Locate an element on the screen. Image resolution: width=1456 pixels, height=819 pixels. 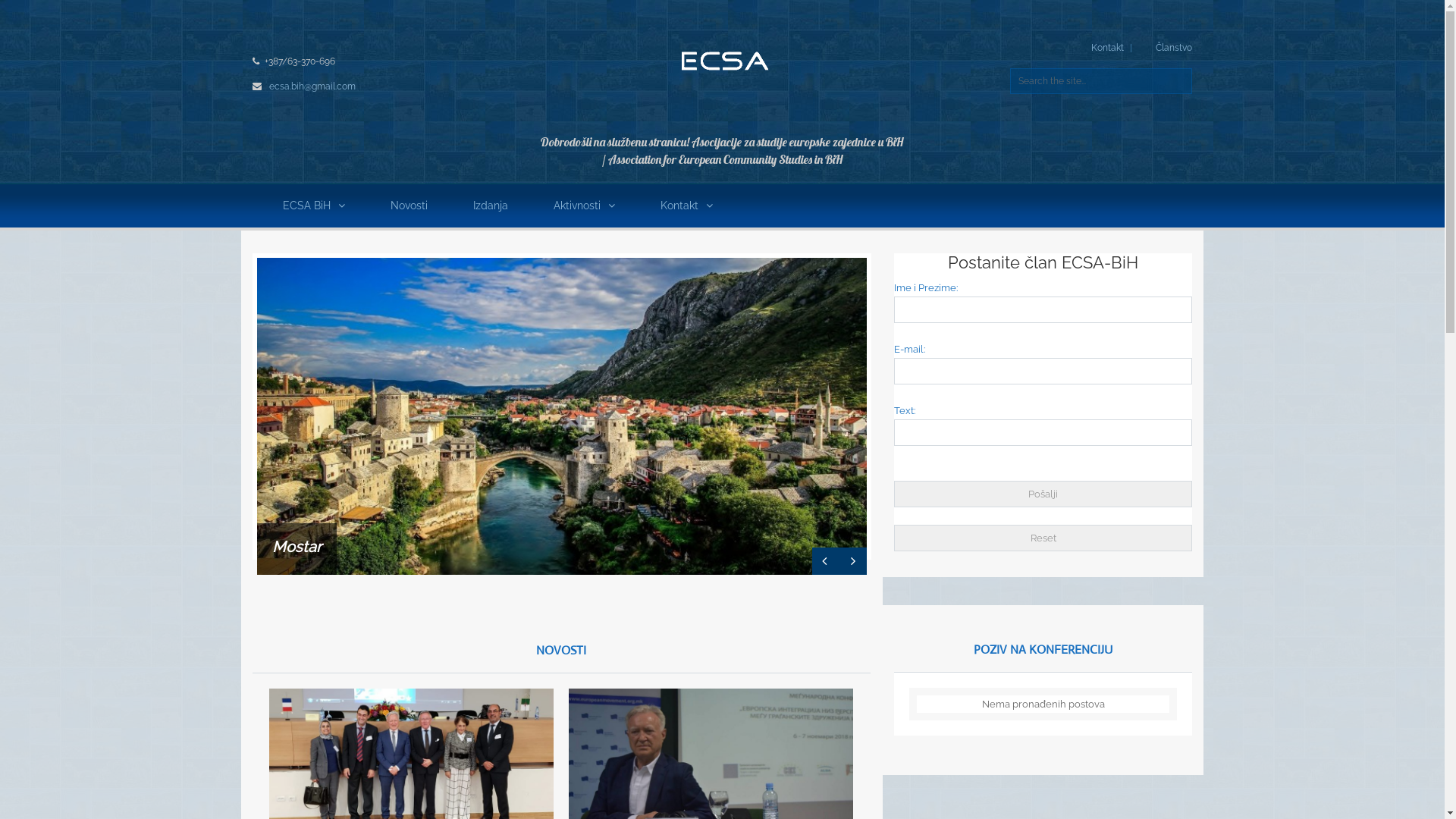
'Aktivnosti' is located at coordinates (583, 206).